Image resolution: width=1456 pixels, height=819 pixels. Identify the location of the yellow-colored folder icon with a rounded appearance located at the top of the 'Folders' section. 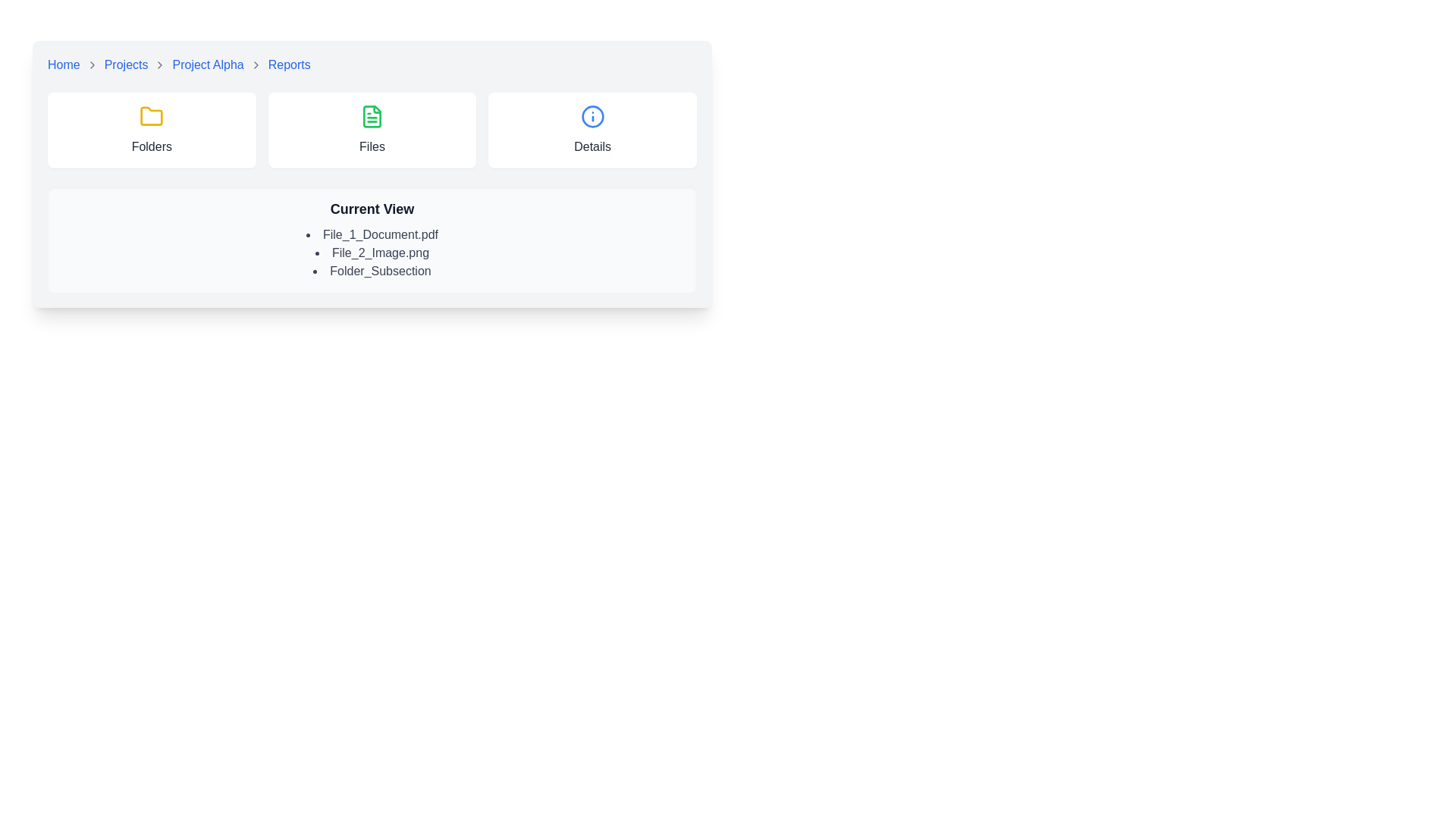
(152, 116).